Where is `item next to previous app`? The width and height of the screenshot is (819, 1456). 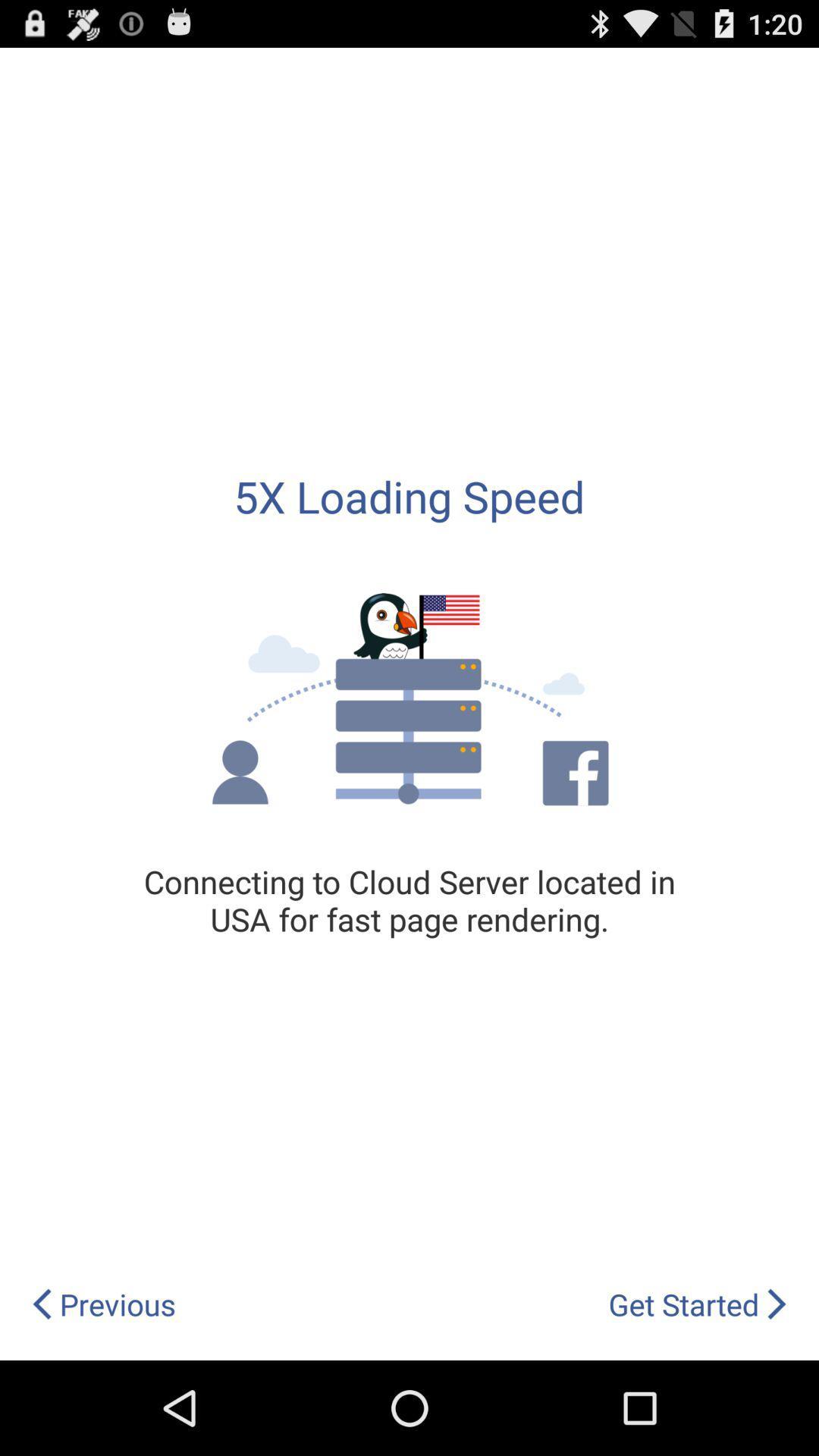 item next to previous app is located at coordinates (698, 1304).